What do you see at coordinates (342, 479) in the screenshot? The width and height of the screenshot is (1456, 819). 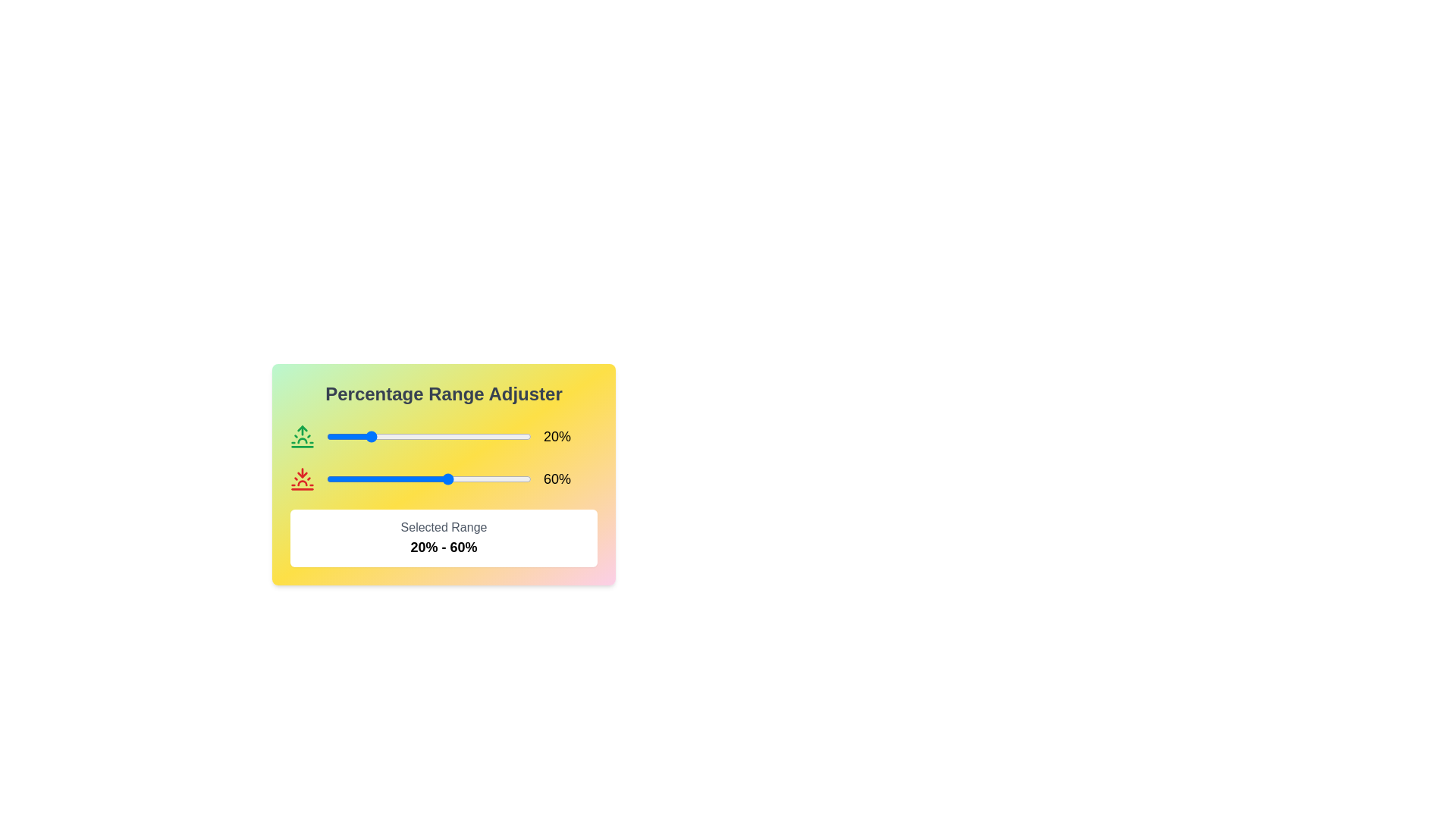 I see `the slider position` at bounding box center [342, 479].